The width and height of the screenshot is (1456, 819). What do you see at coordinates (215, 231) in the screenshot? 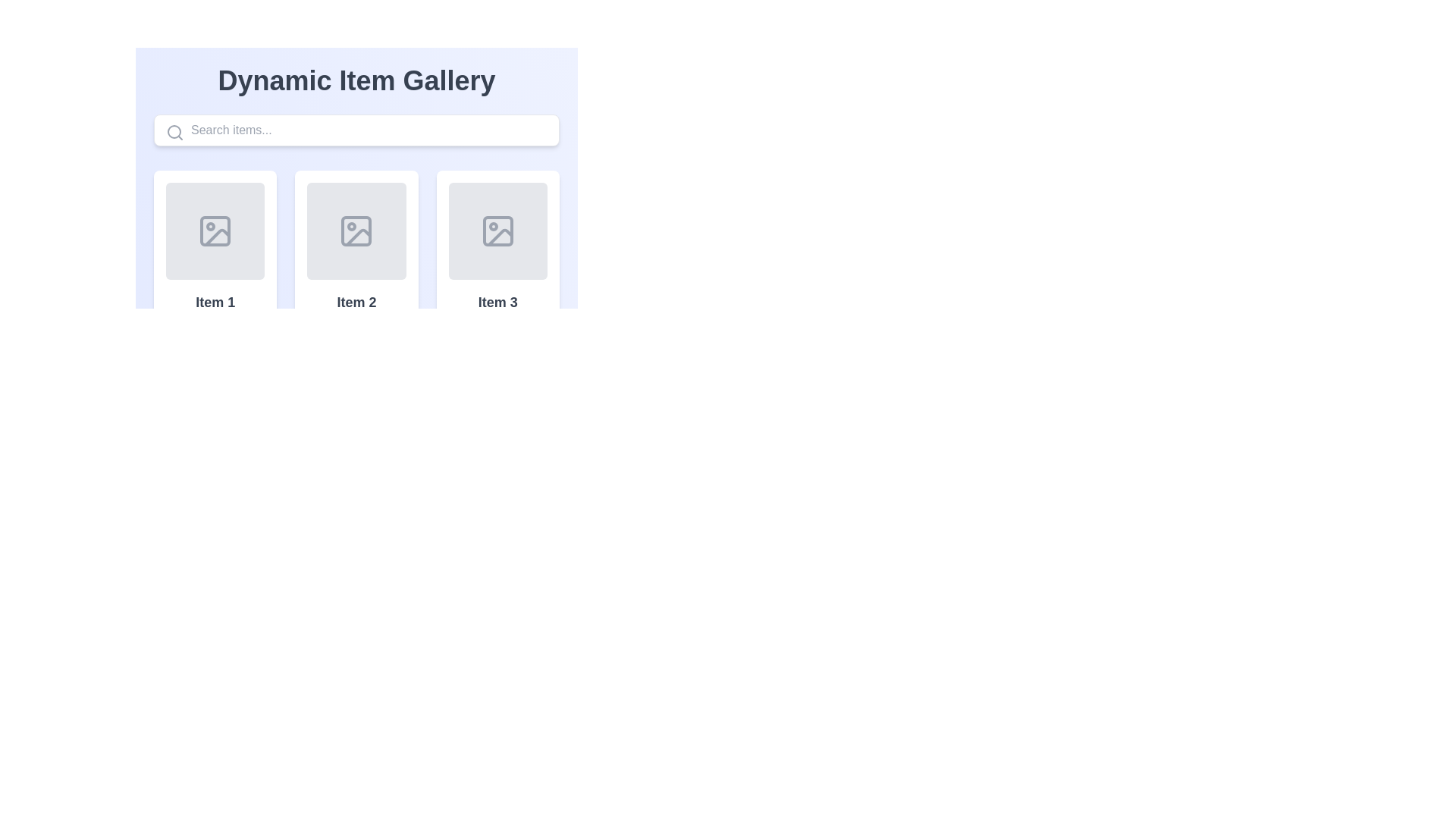
I see `properties of the SVG rectangle element that represents an image or media file in the gallery, centered below the 'Dynamic Item Gallery' title` at bounding box center [215, 231].